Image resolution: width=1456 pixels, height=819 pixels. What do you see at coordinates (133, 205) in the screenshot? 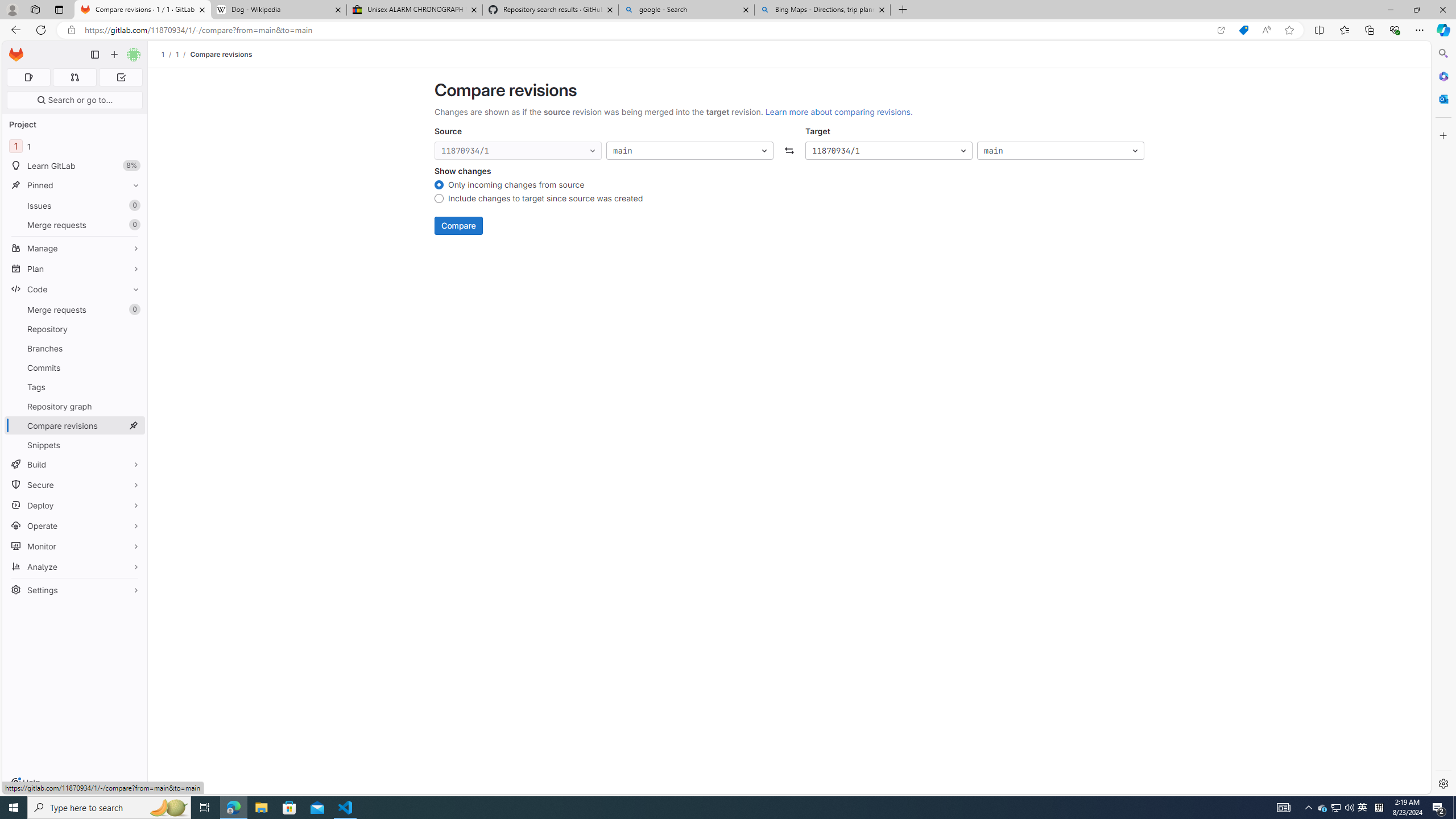
I see `'Unpin Issues'` at bounding box center [133, 205].